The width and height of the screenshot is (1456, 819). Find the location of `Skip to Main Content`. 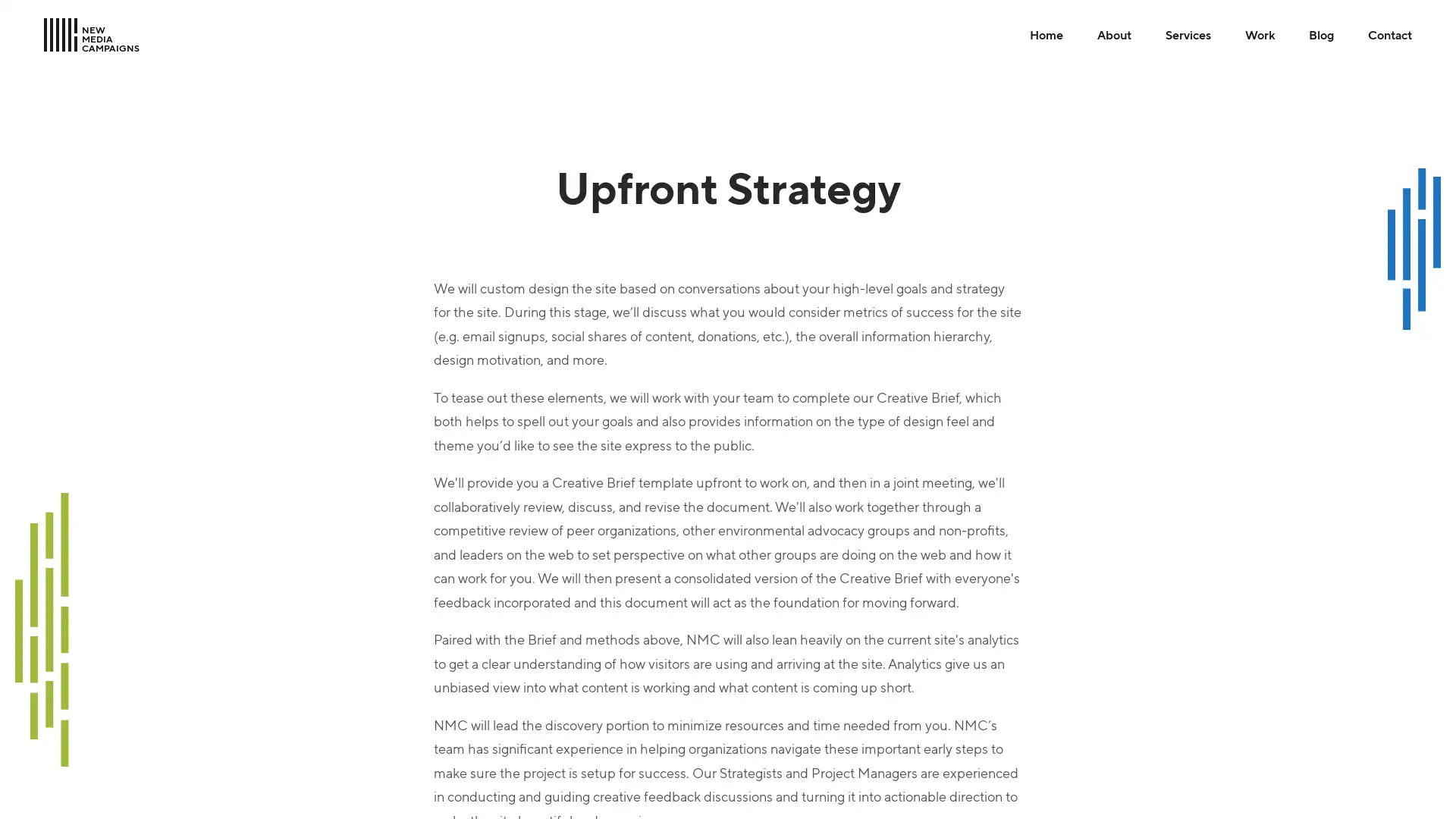

Skip to Main Content is located at coordinates (15, 15).